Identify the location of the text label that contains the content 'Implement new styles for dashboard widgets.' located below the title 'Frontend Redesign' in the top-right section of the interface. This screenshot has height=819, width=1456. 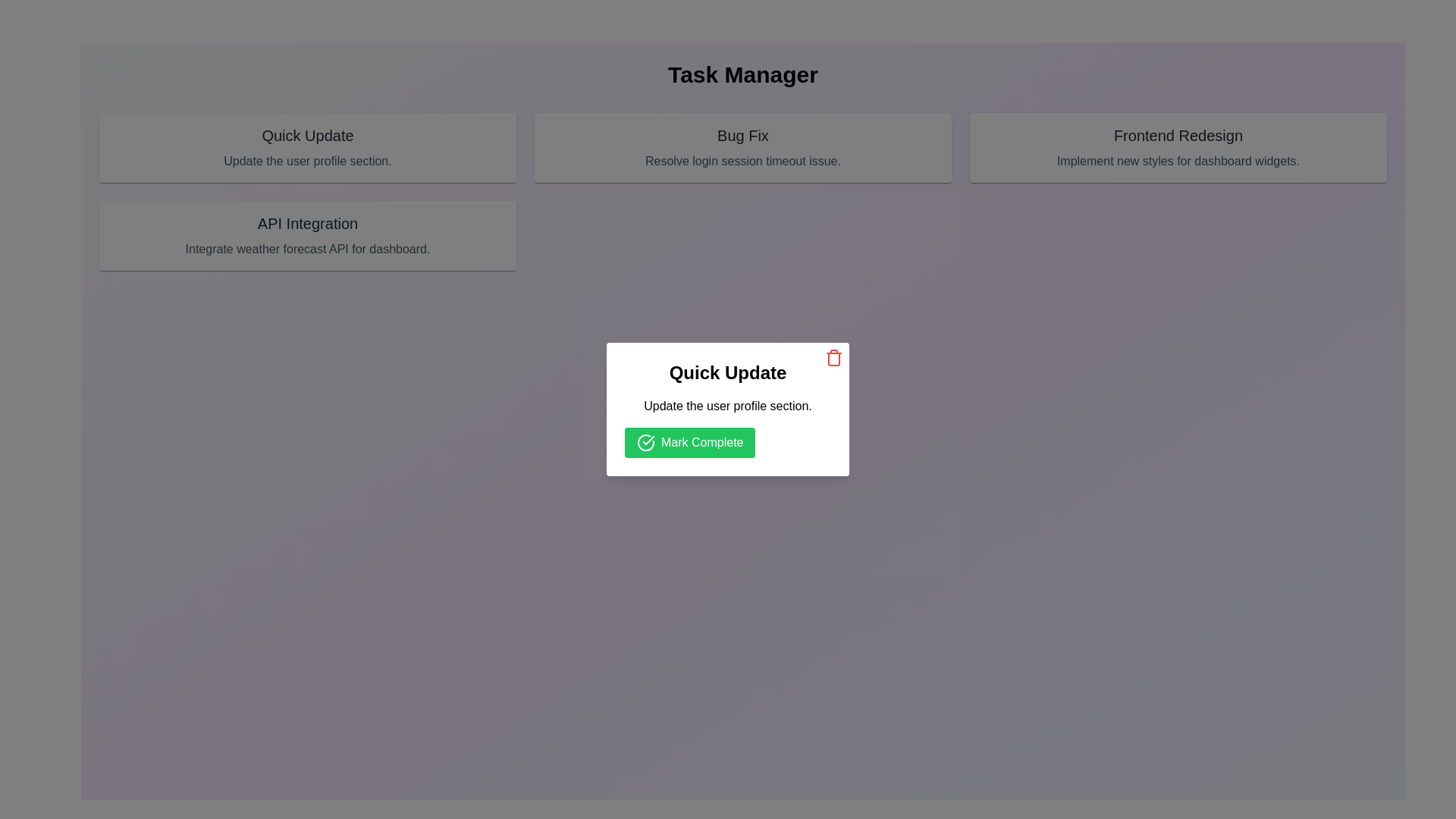
(1178, 161).